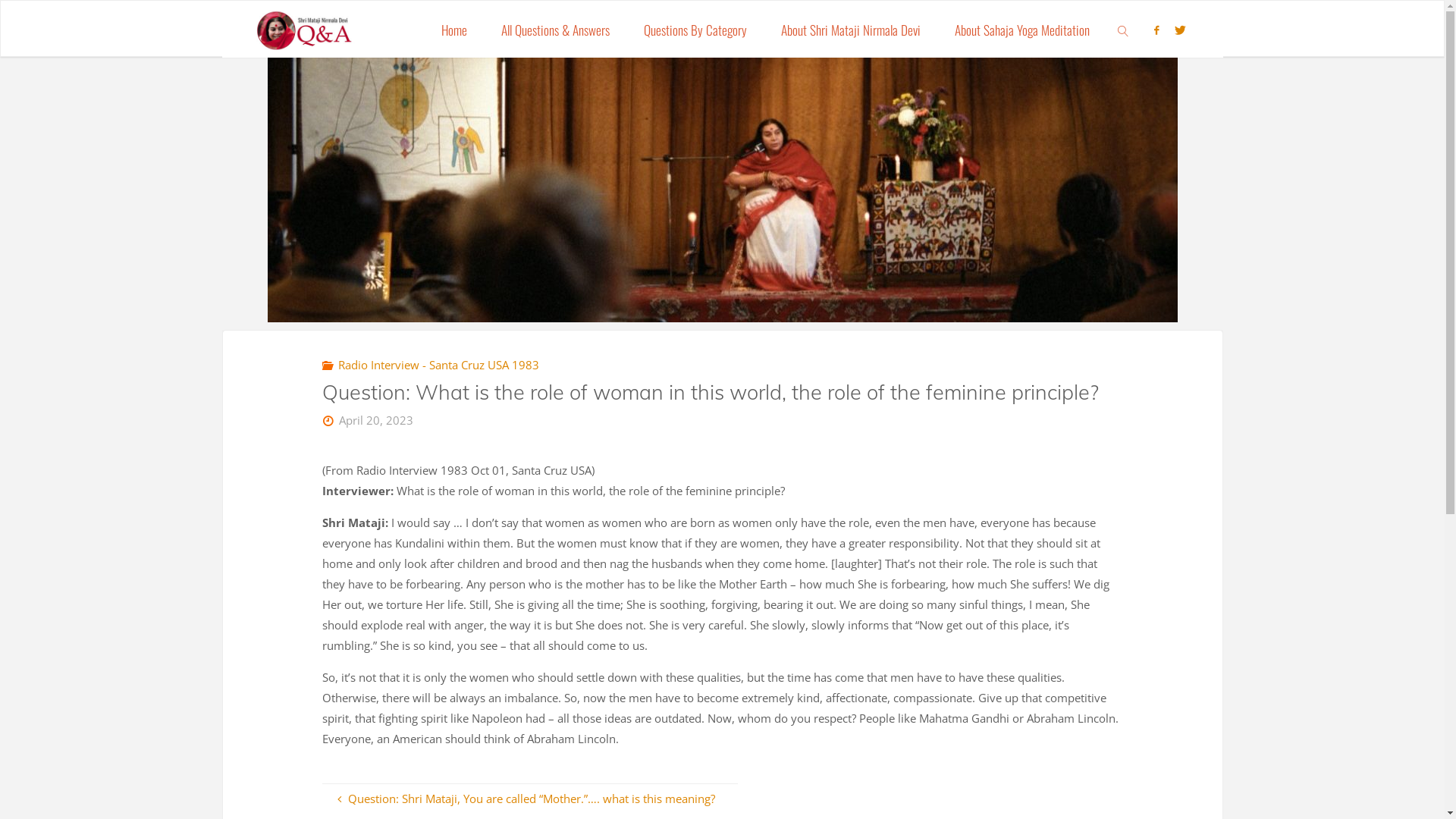 The height and width of the screenshot is (819, 1456). What do you see at coordinates (1021, 29) in the screenshot?
I see `'About Sahaja Yoga Meditation'` at bounding box center [1021, 29].